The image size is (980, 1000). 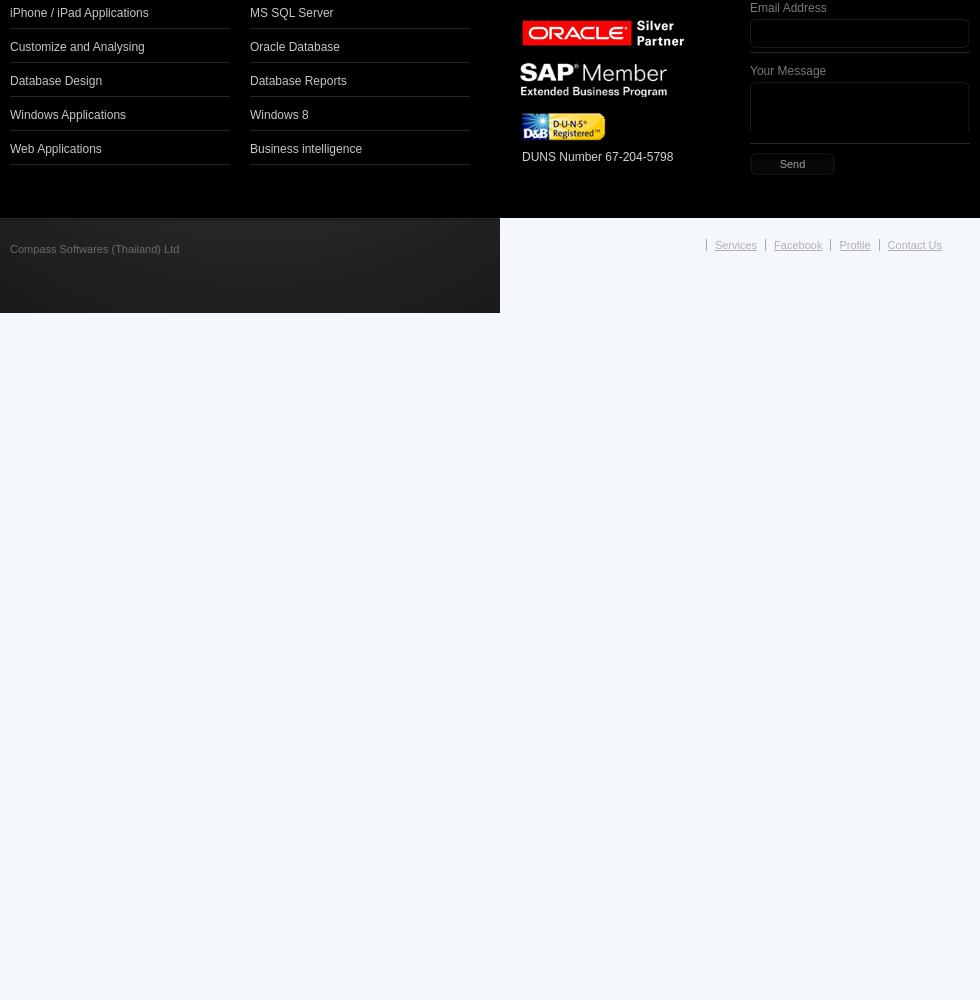 I want to click on 'Business intelligence', so click(x=305, y=148).